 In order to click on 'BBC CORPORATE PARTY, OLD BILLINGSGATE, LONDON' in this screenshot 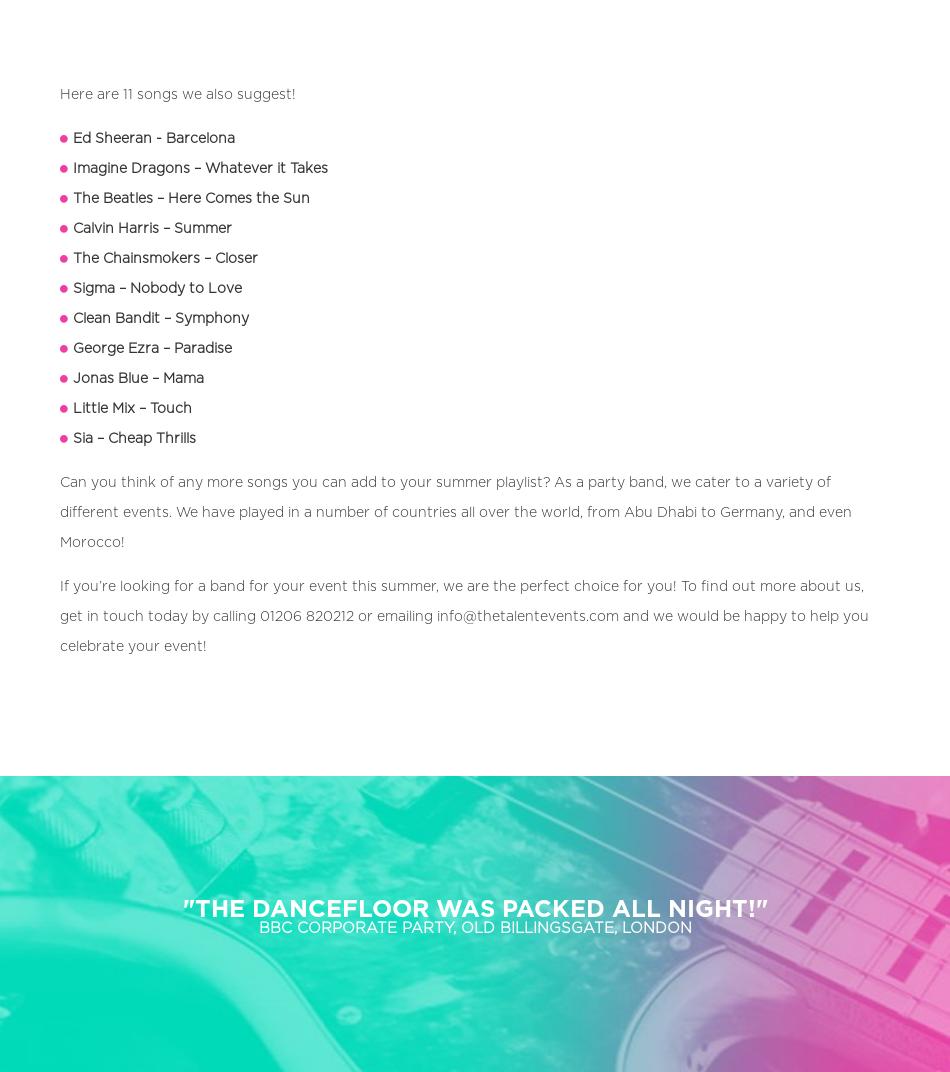, I will do `click(257, 927)`.